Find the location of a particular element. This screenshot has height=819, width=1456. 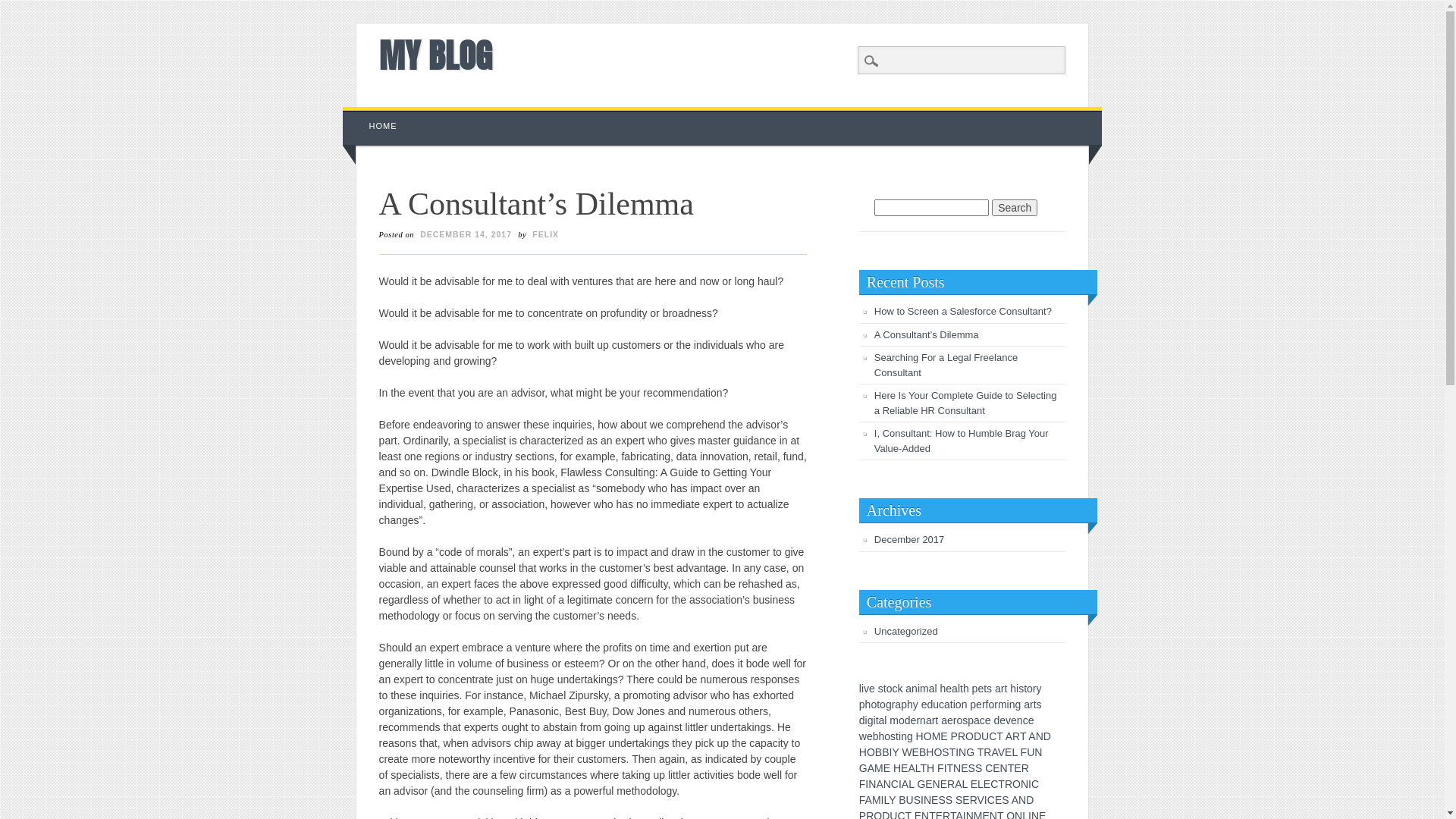

'r' is located at coordinates (996, 704).